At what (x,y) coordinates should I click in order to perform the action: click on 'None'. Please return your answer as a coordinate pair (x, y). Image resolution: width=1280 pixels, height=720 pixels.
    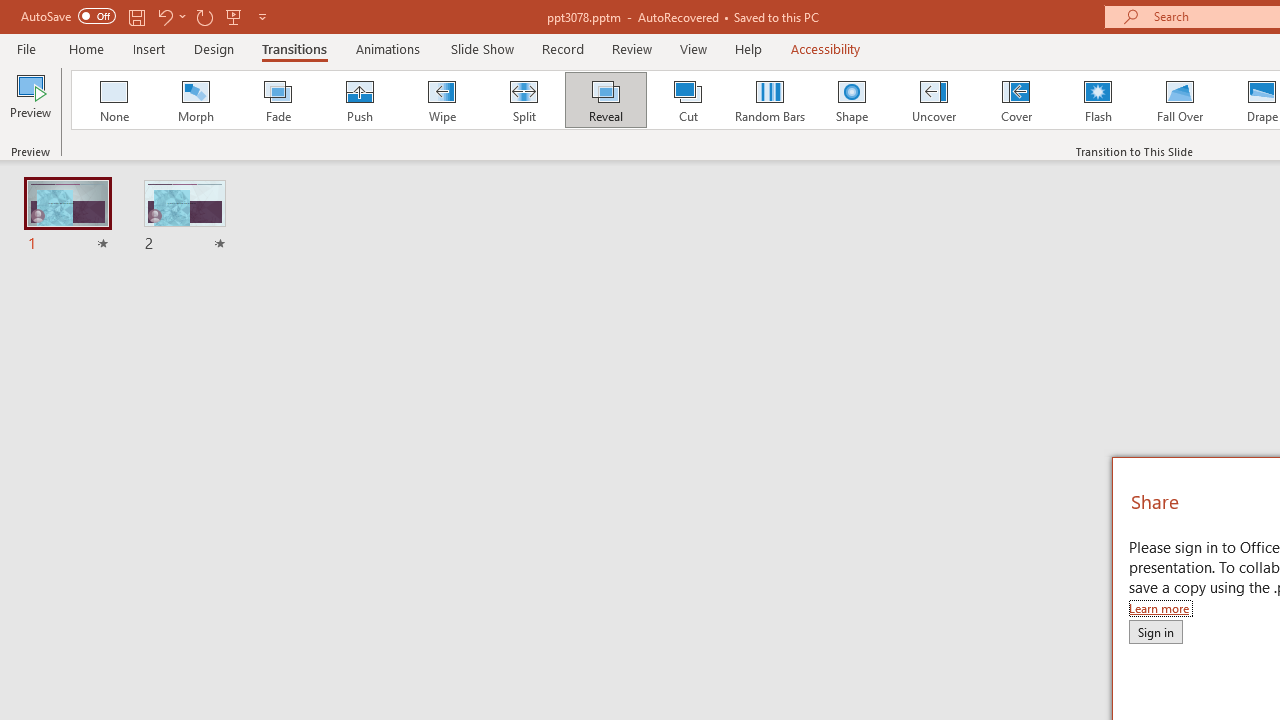
    Looking at the image, I should click on (112, 100).